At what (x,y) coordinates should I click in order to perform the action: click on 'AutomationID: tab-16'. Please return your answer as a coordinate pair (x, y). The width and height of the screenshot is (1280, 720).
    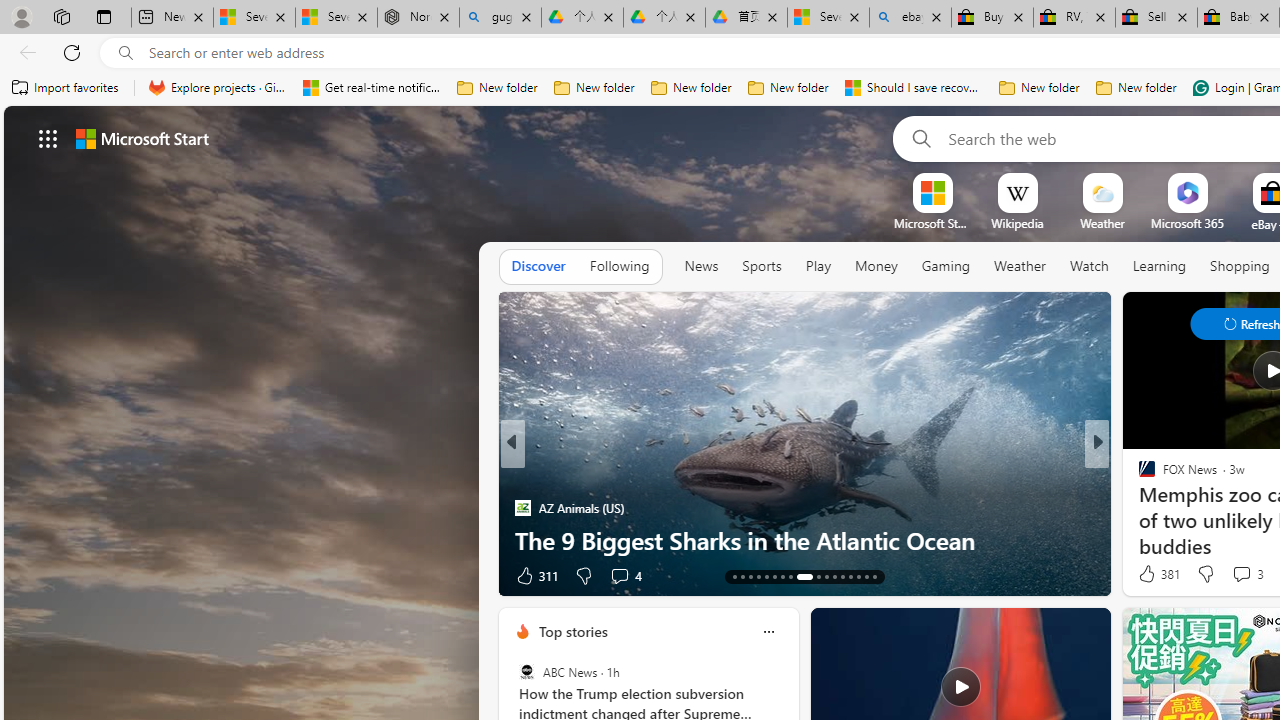
    Looking at the image, I should click on (757, 577).